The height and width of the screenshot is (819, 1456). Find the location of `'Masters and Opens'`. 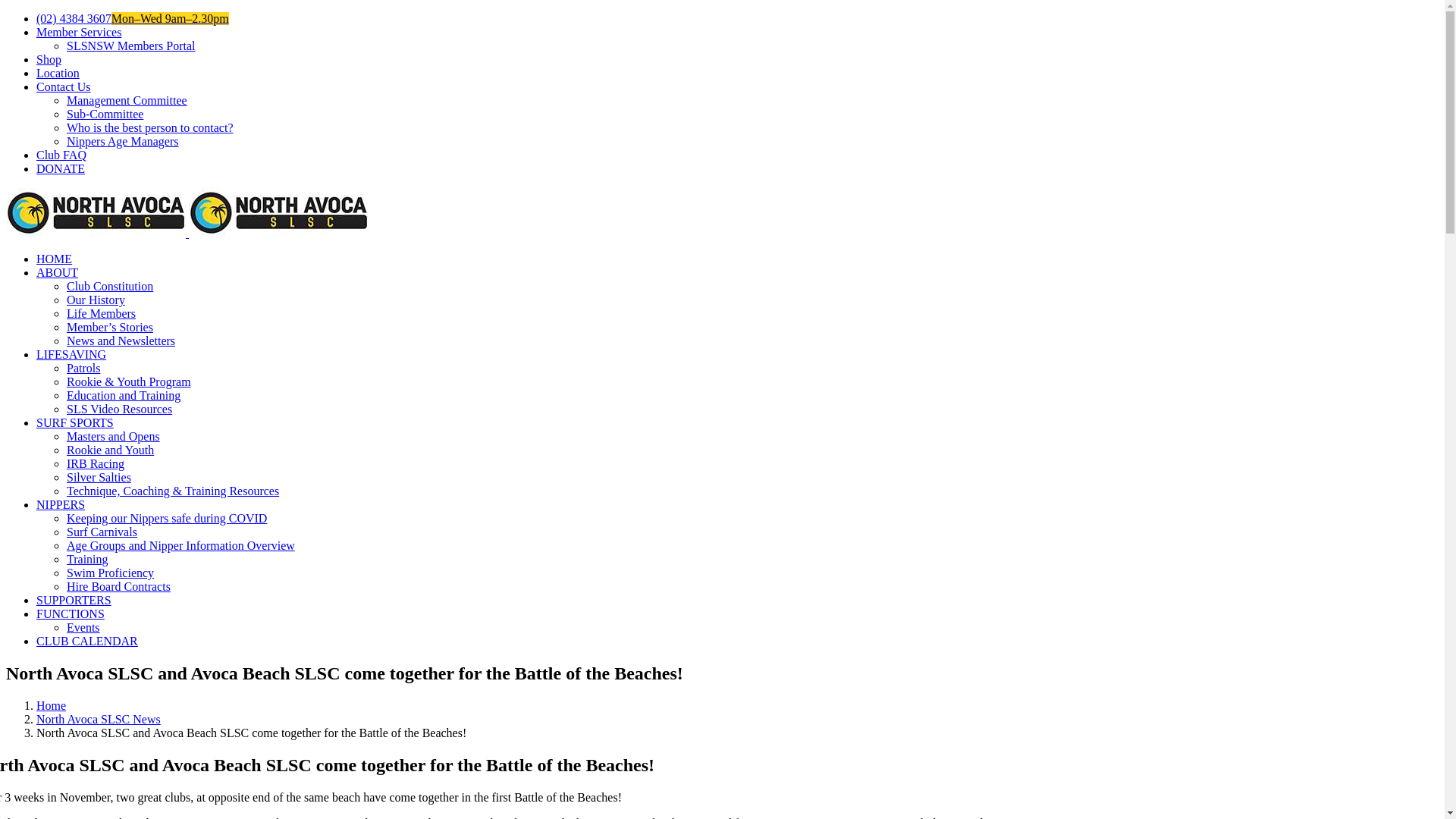

'Masters and Opens' is located at coordinates (65, 436).